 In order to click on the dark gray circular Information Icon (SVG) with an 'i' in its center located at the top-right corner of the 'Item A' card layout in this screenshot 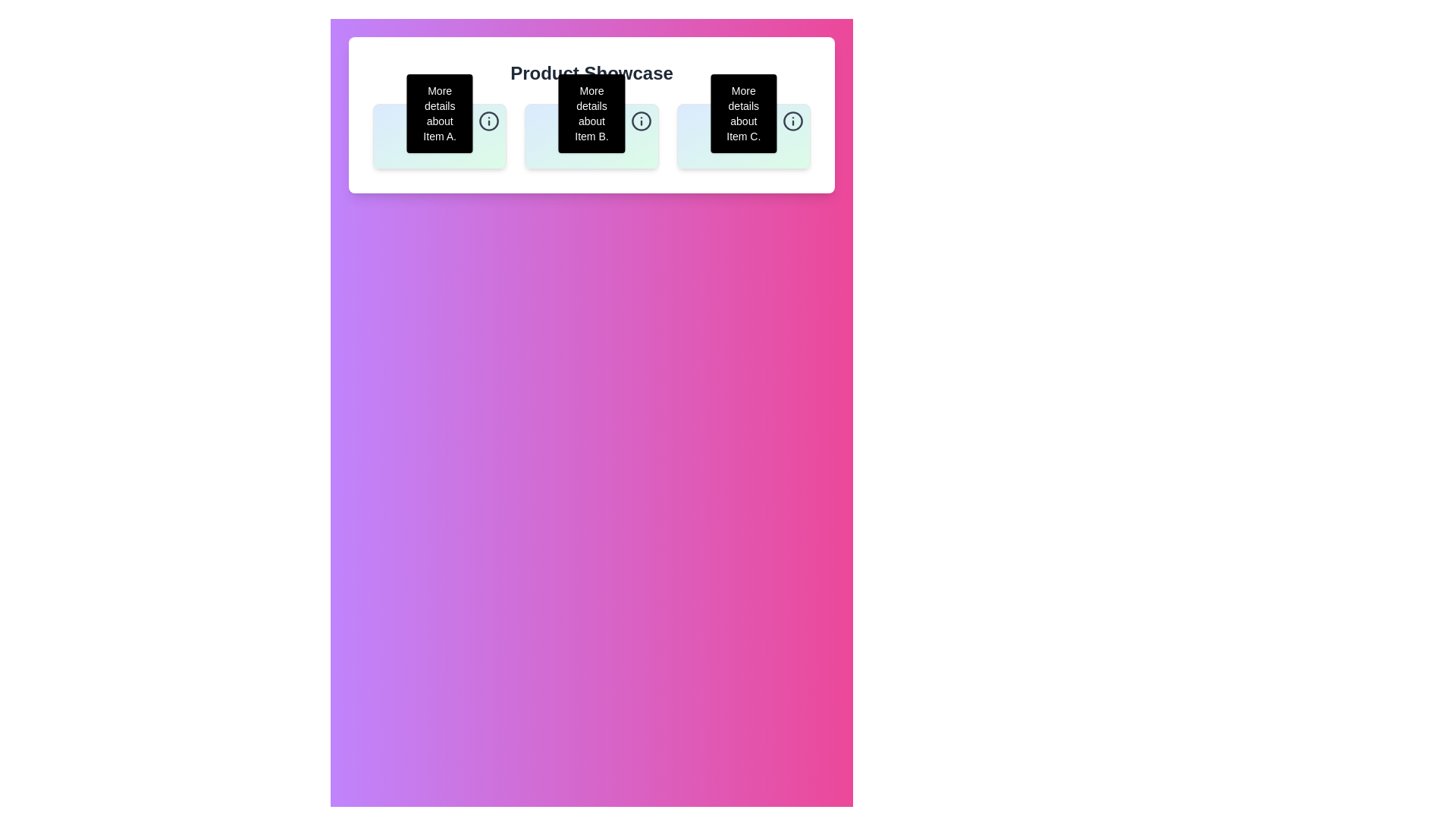, I will do `click(489, 120)`.